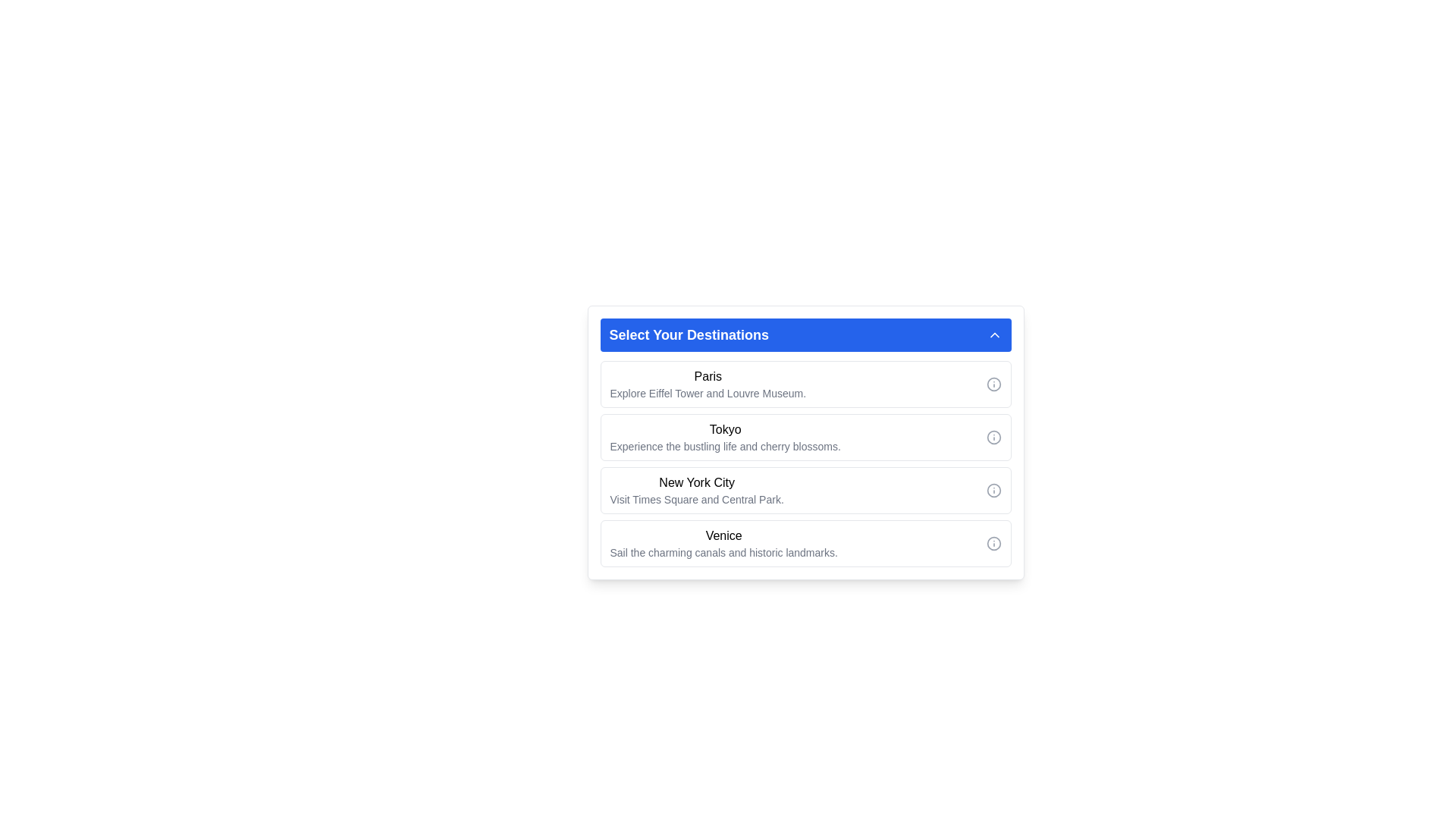  I want to click on the information icon located at the far right side of the 'New York City' item in the destination list, so click(993, 491).